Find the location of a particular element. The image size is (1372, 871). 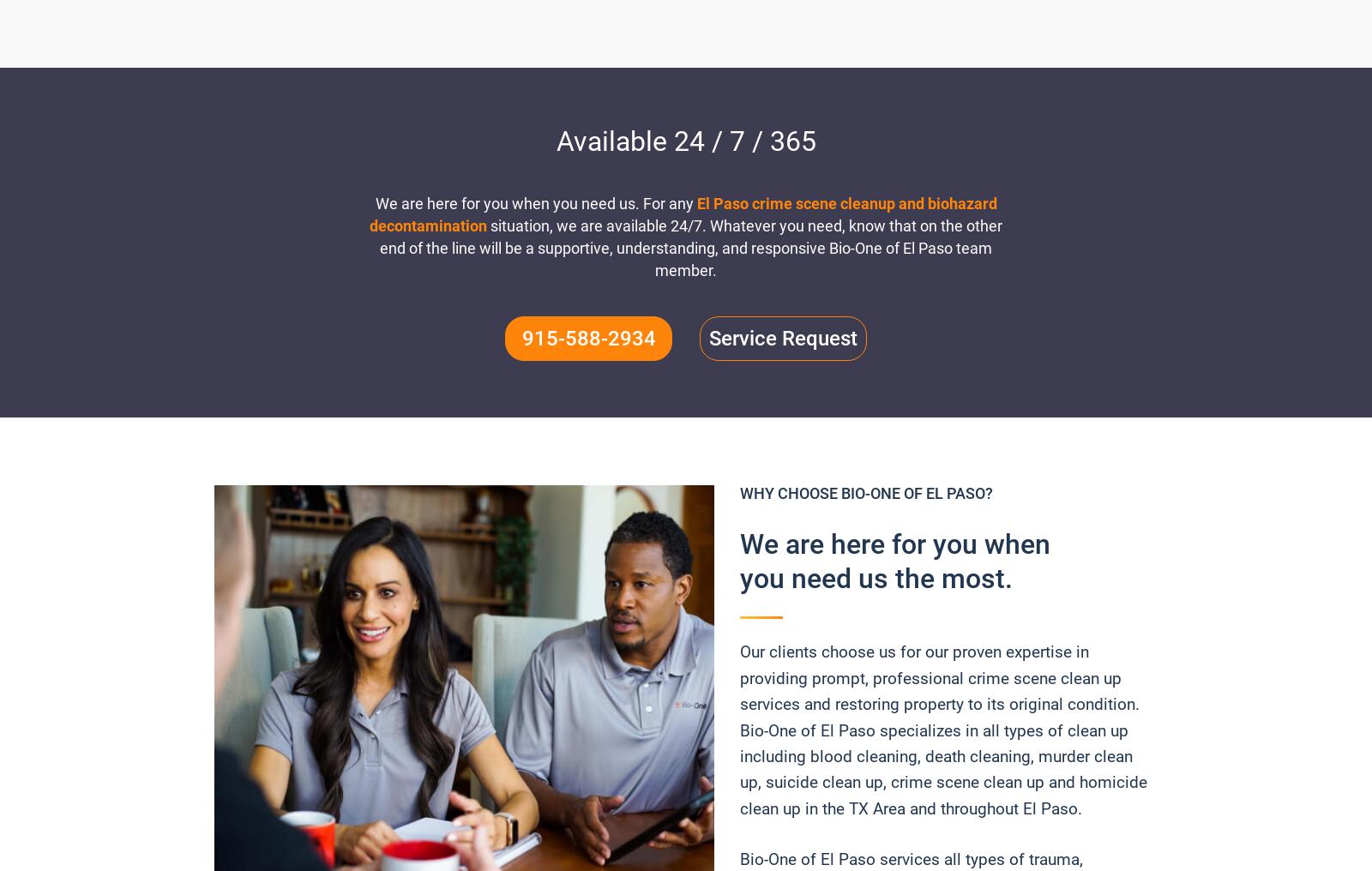

'Available 24 / 7 / 365' is located at coordinates (556, 139).